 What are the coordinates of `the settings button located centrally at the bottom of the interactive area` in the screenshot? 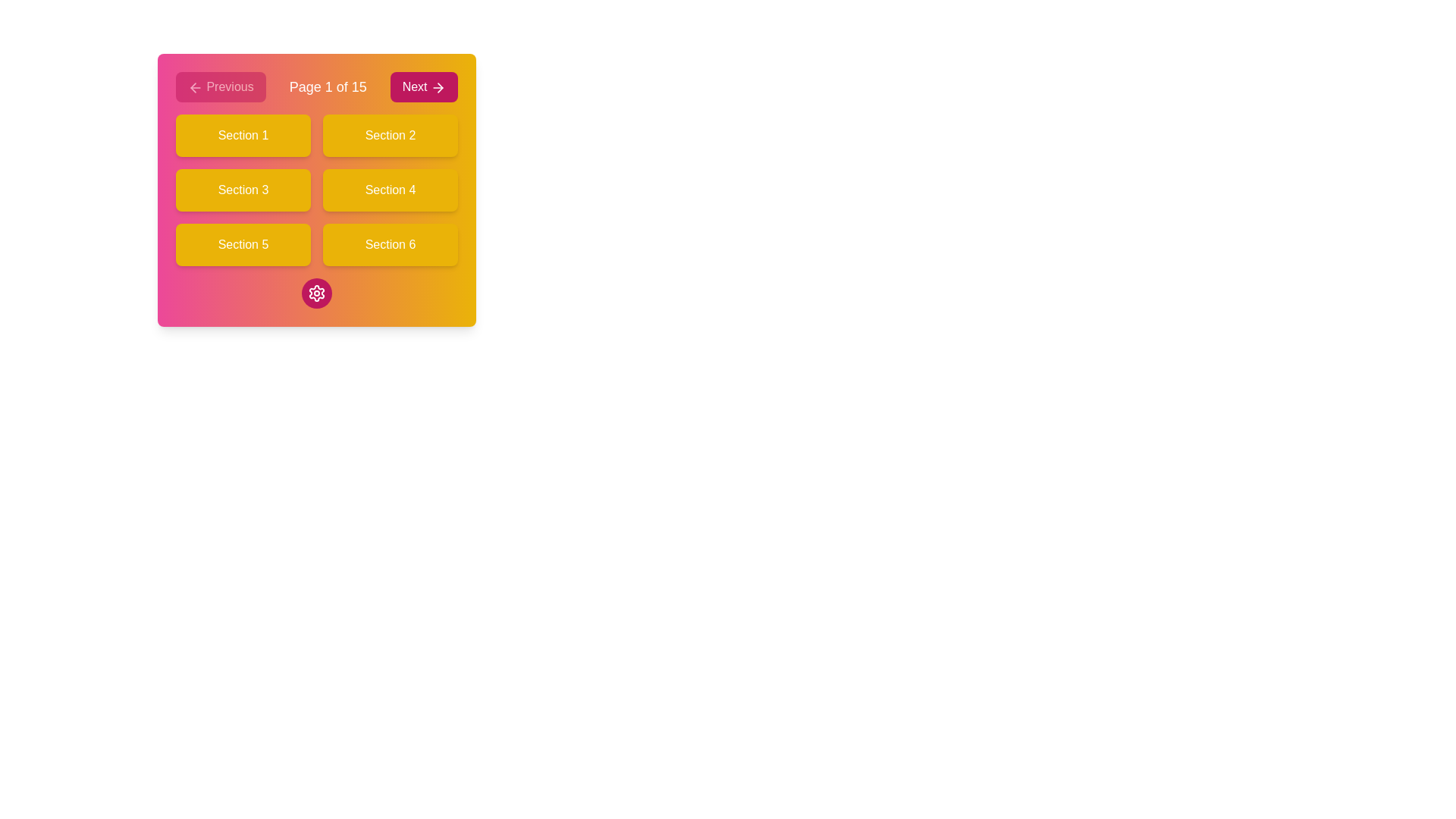 It's located at (315, 293).